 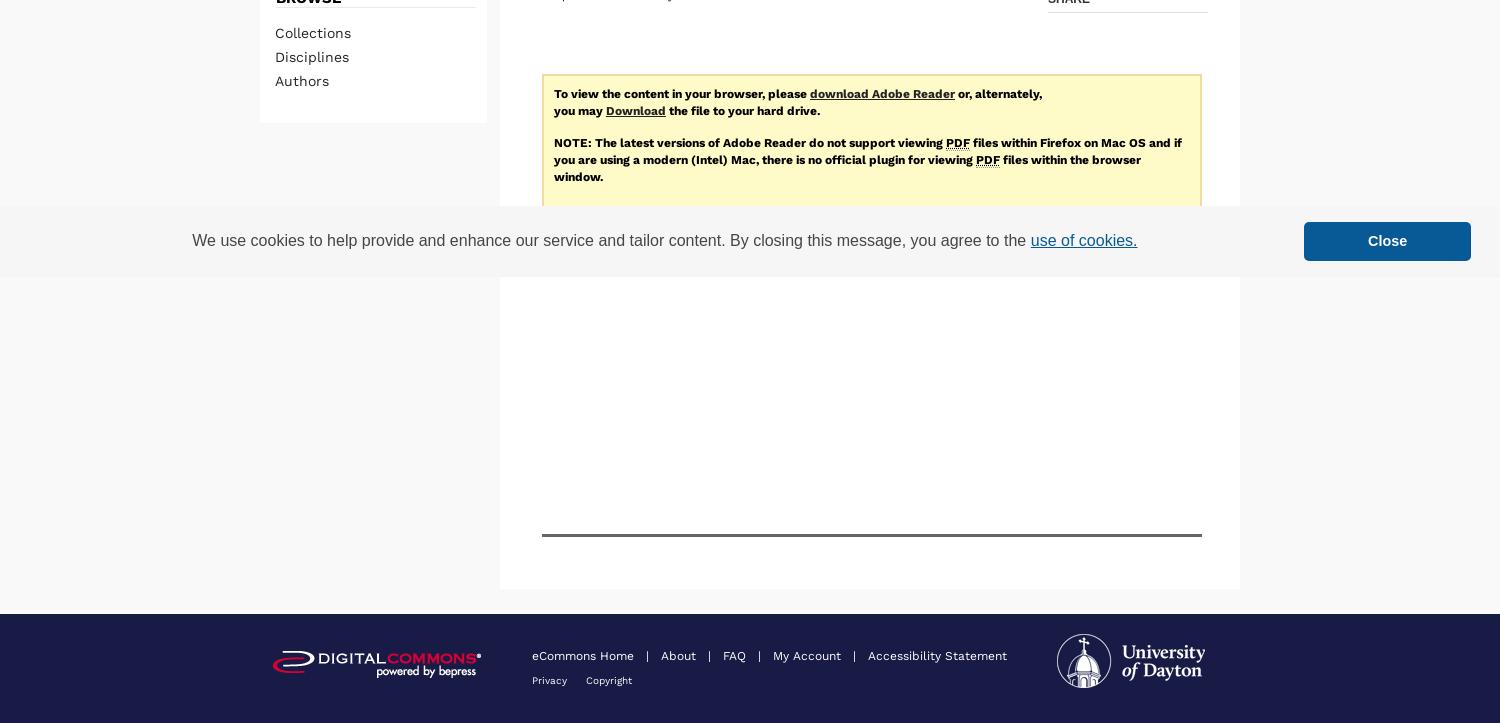 I want to click on 'eCommons Home', so click(x=584, y=653).